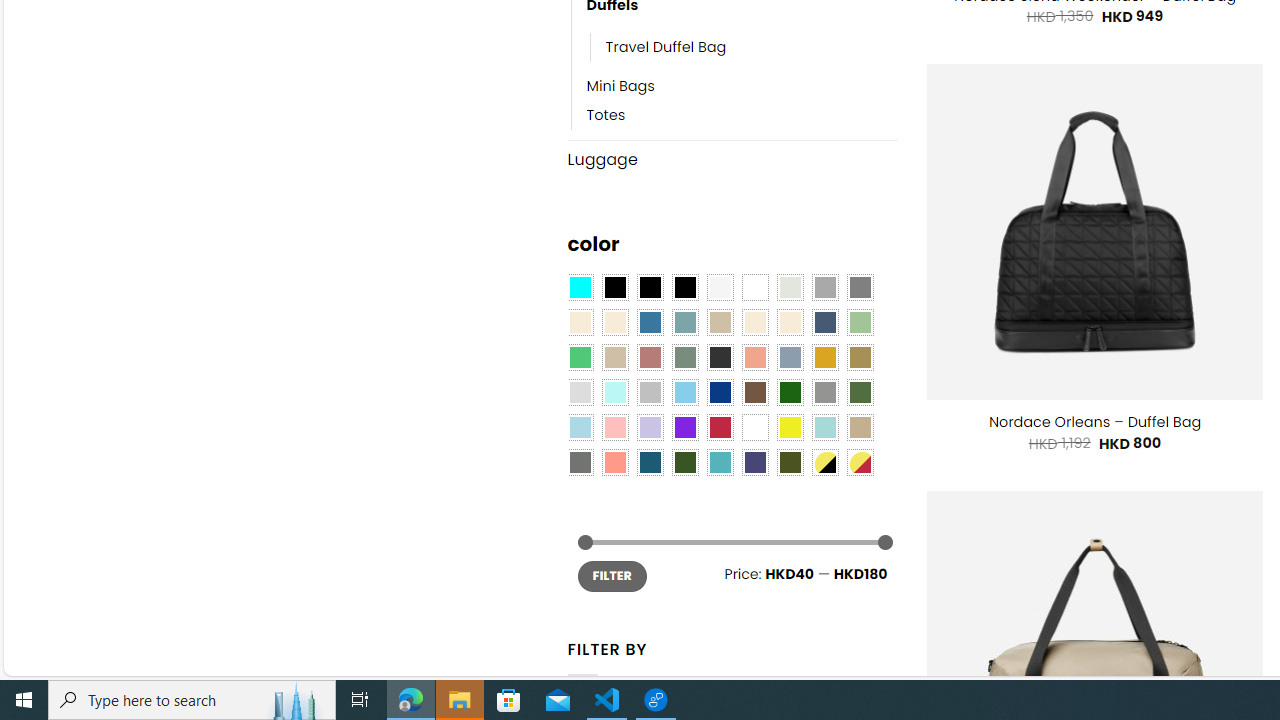 This screenshot has width=1280, height=720. What do you see at coordinates (650, 356) in the screenshot?
I see `'Rose'` at bounding box center [650, 356].